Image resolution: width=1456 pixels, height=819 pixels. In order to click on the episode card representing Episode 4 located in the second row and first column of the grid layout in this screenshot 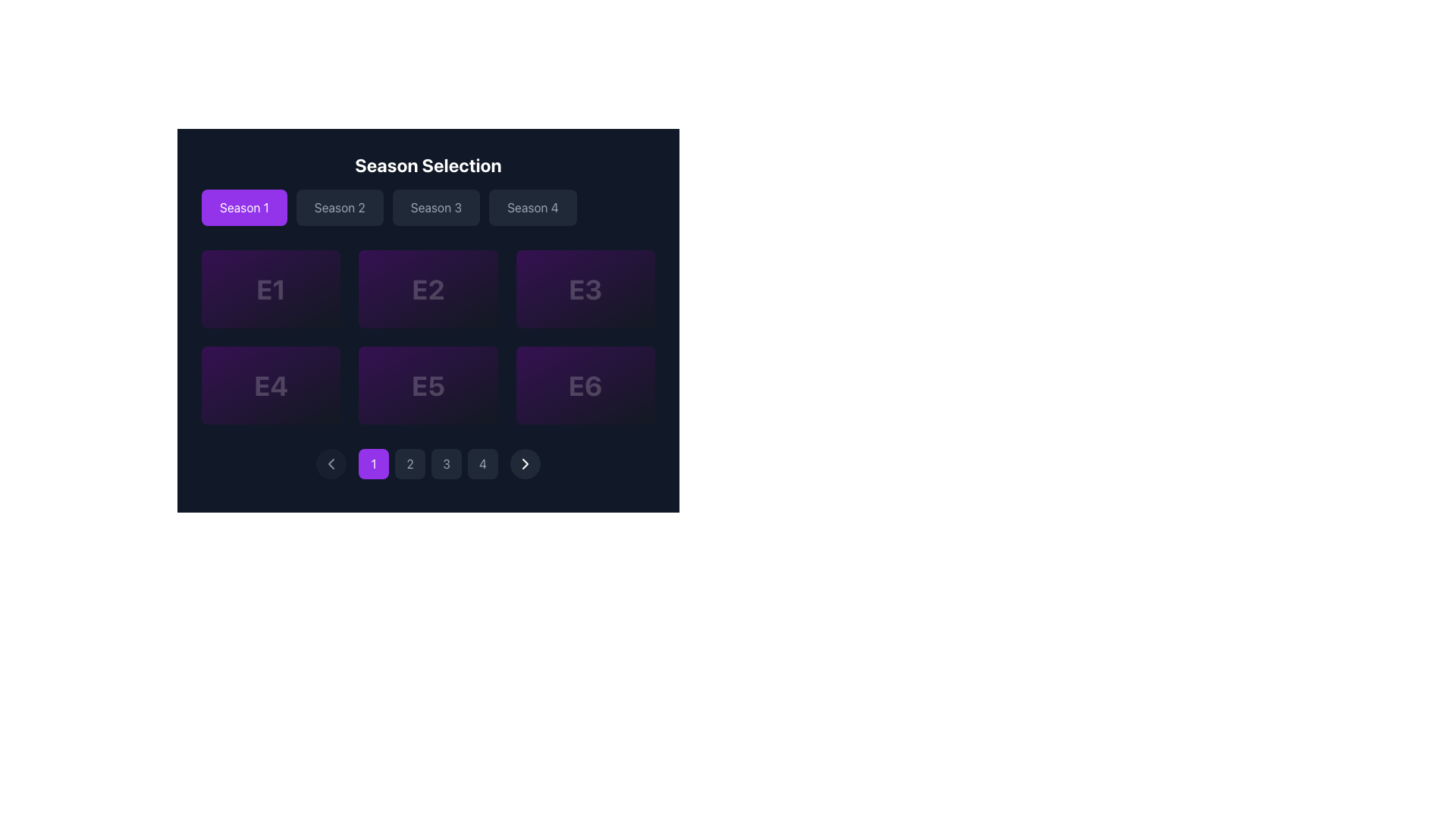, I will do `click(271, 384)`.